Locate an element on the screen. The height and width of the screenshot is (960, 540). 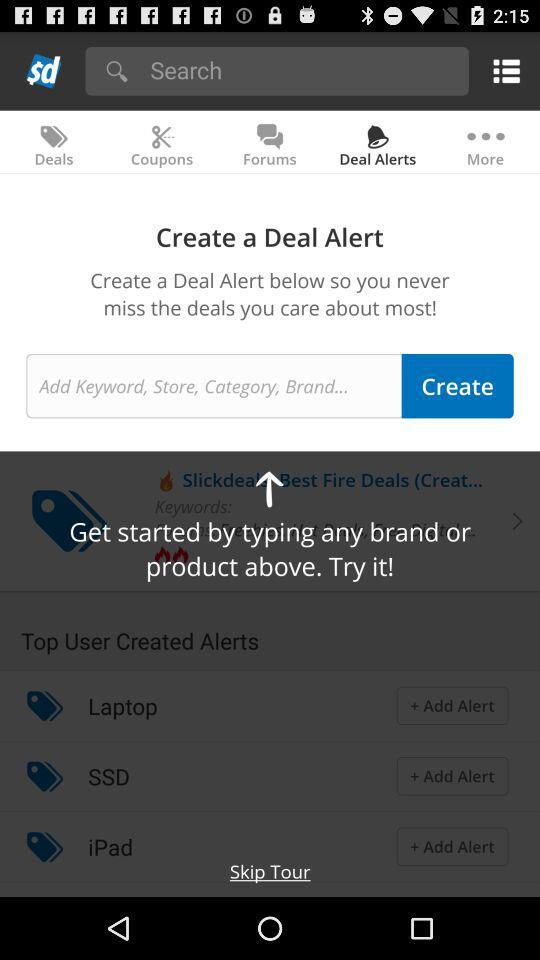
the top user created icon is located at coordinates (270, 630).